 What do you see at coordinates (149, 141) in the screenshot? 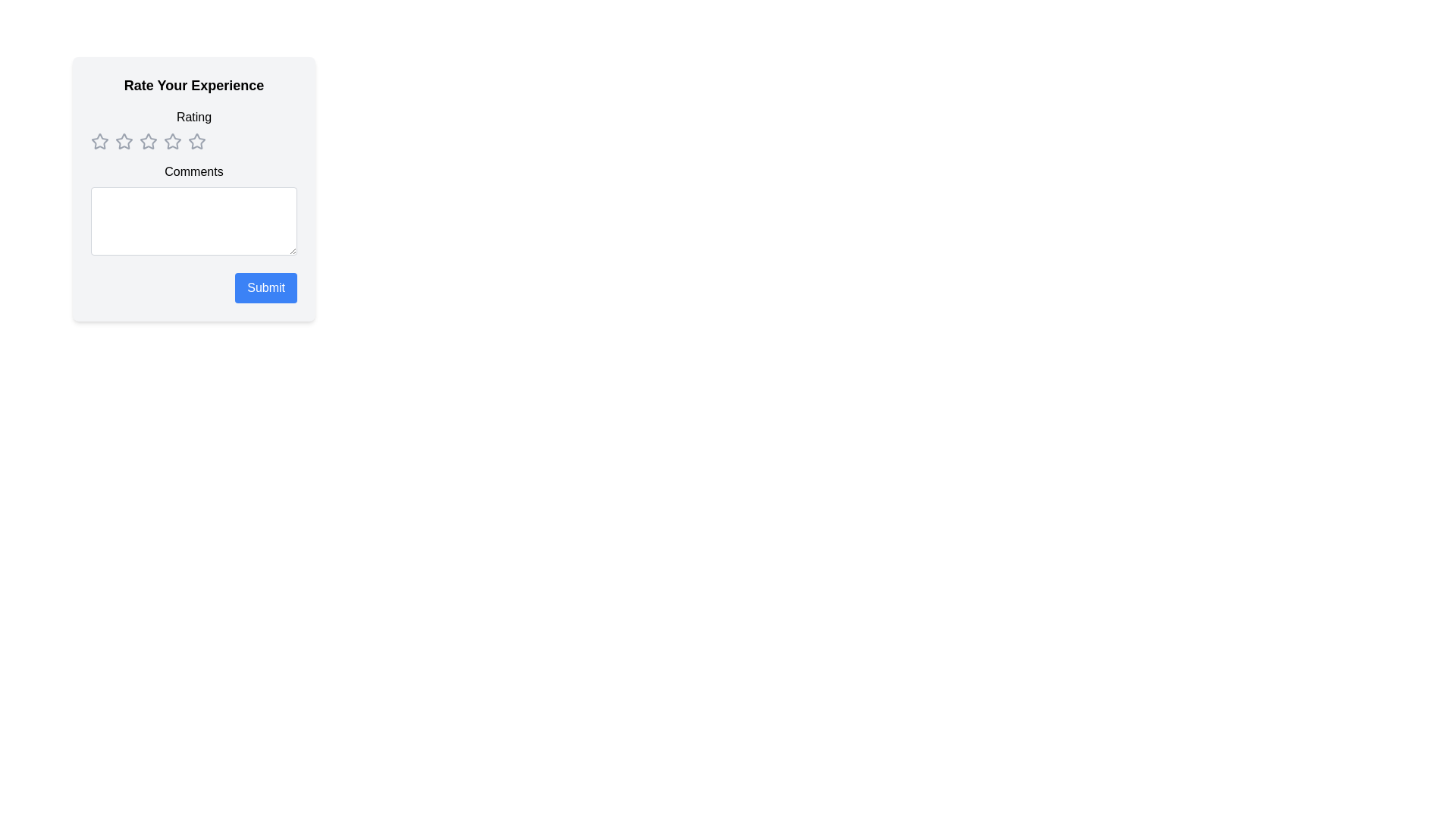
I see `the second star icon in the rating section of the feedback form` at bounding box center [149, 141].